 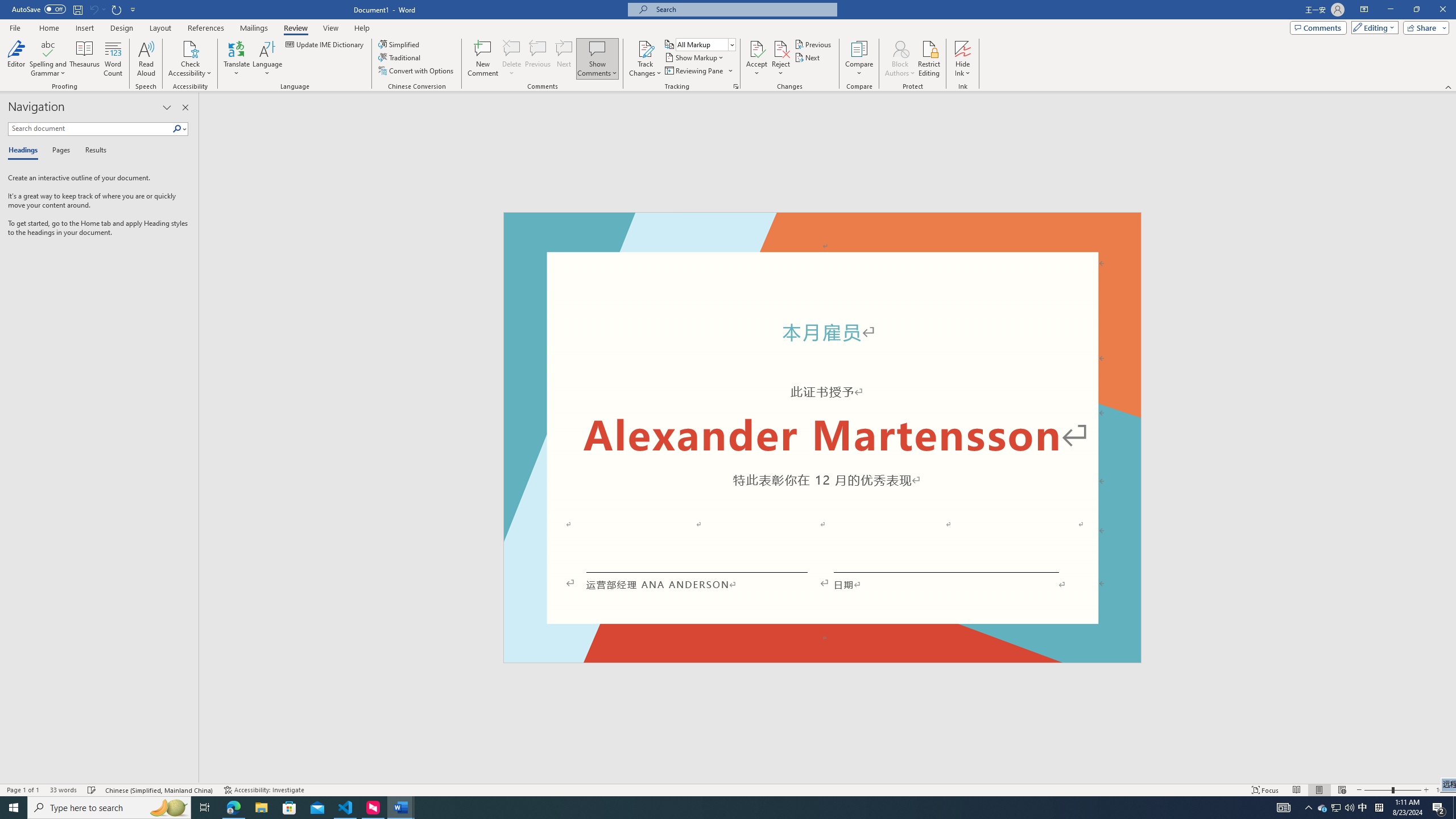 What do you see at coordinates (16, 59) in the screenshot?
I see `'Editor'` at bounding box center [16, 59].